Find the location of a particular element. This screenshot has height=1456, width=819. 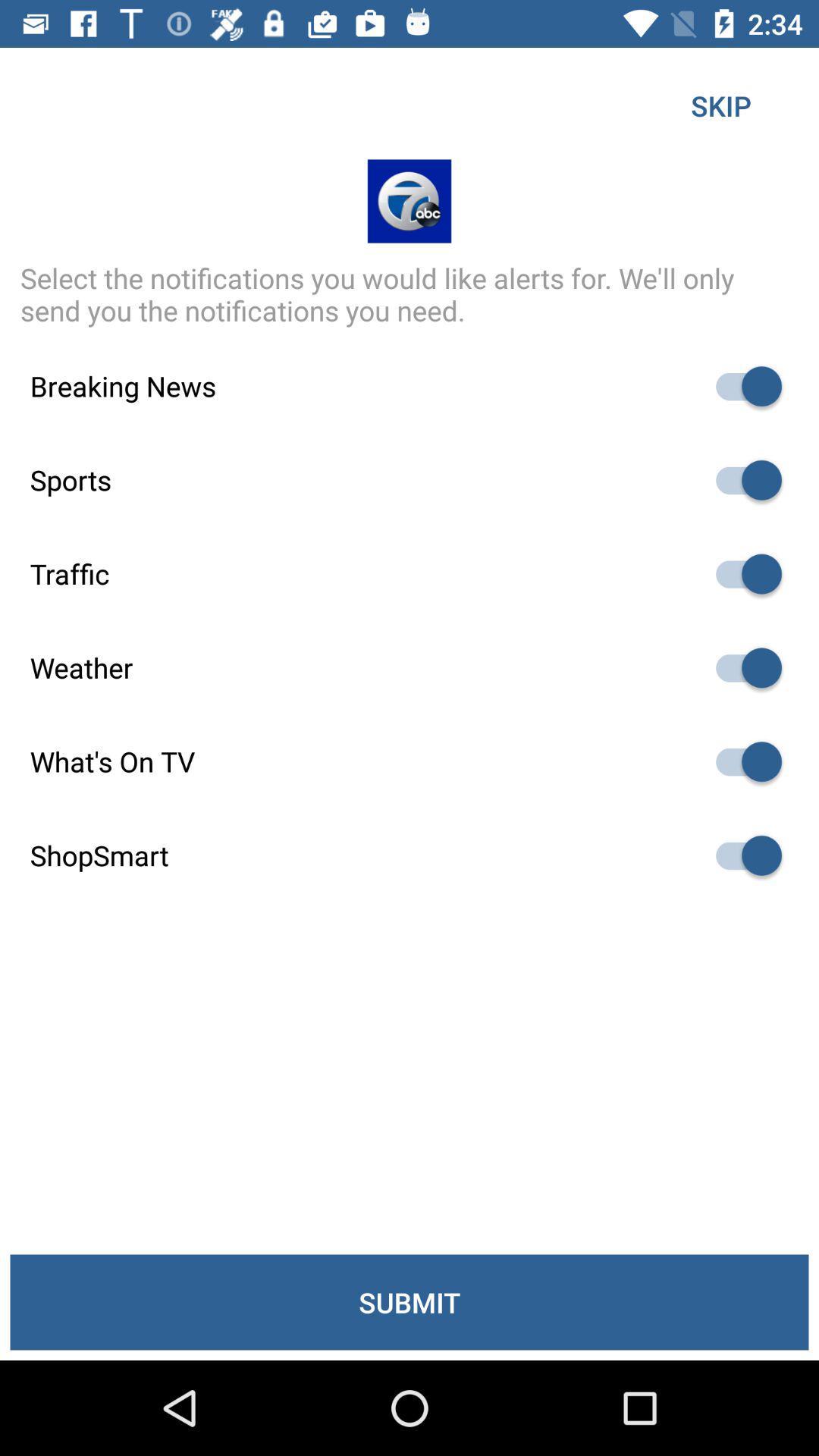

sports is located at coordinates (741, 479).